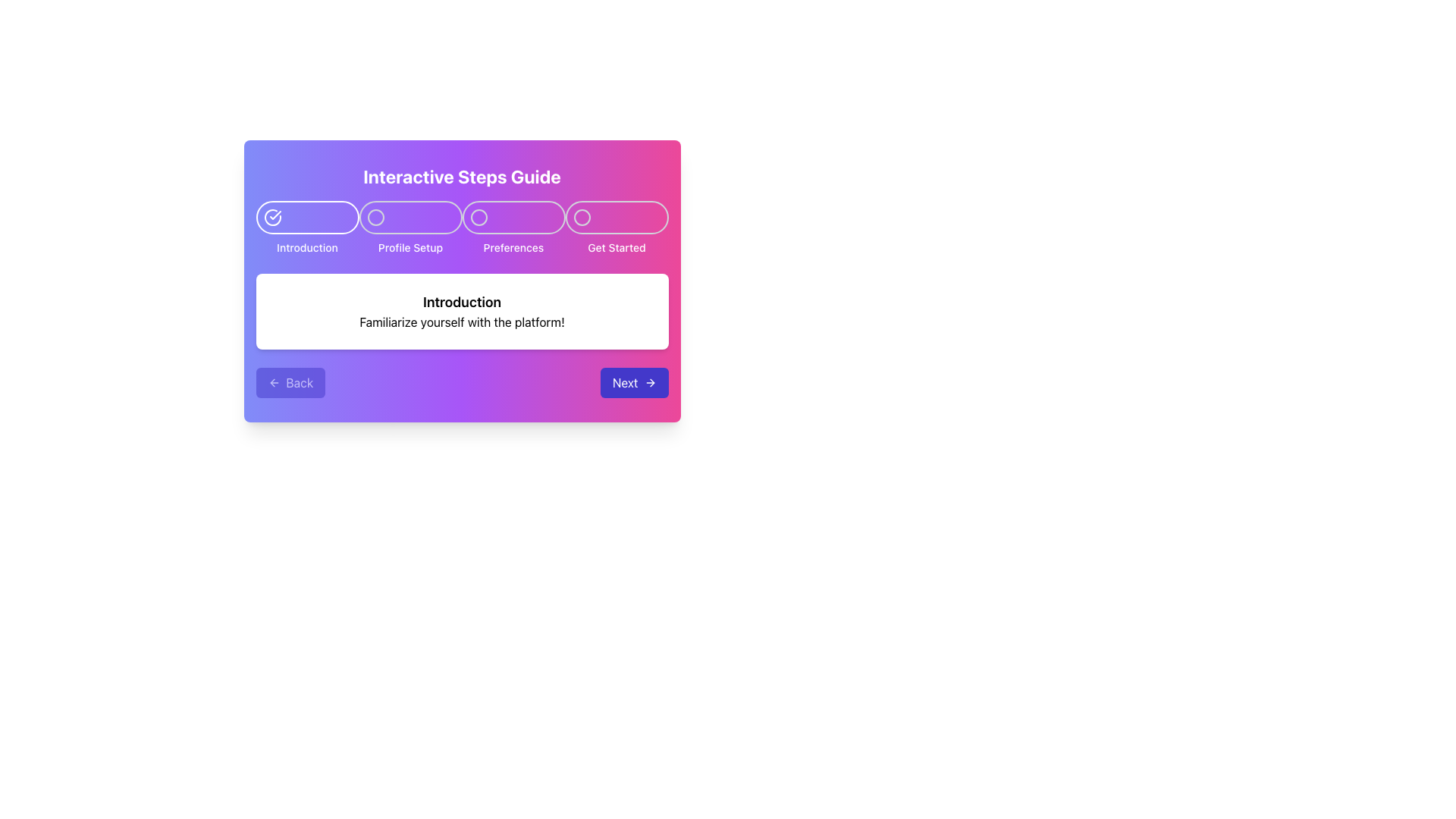  Describe the element at coordinates (410, 247) in the screenshot. I see `the static text label displaying 'Profile Setup', which is located below the second circular step indicator in the progress tracker` at that location.